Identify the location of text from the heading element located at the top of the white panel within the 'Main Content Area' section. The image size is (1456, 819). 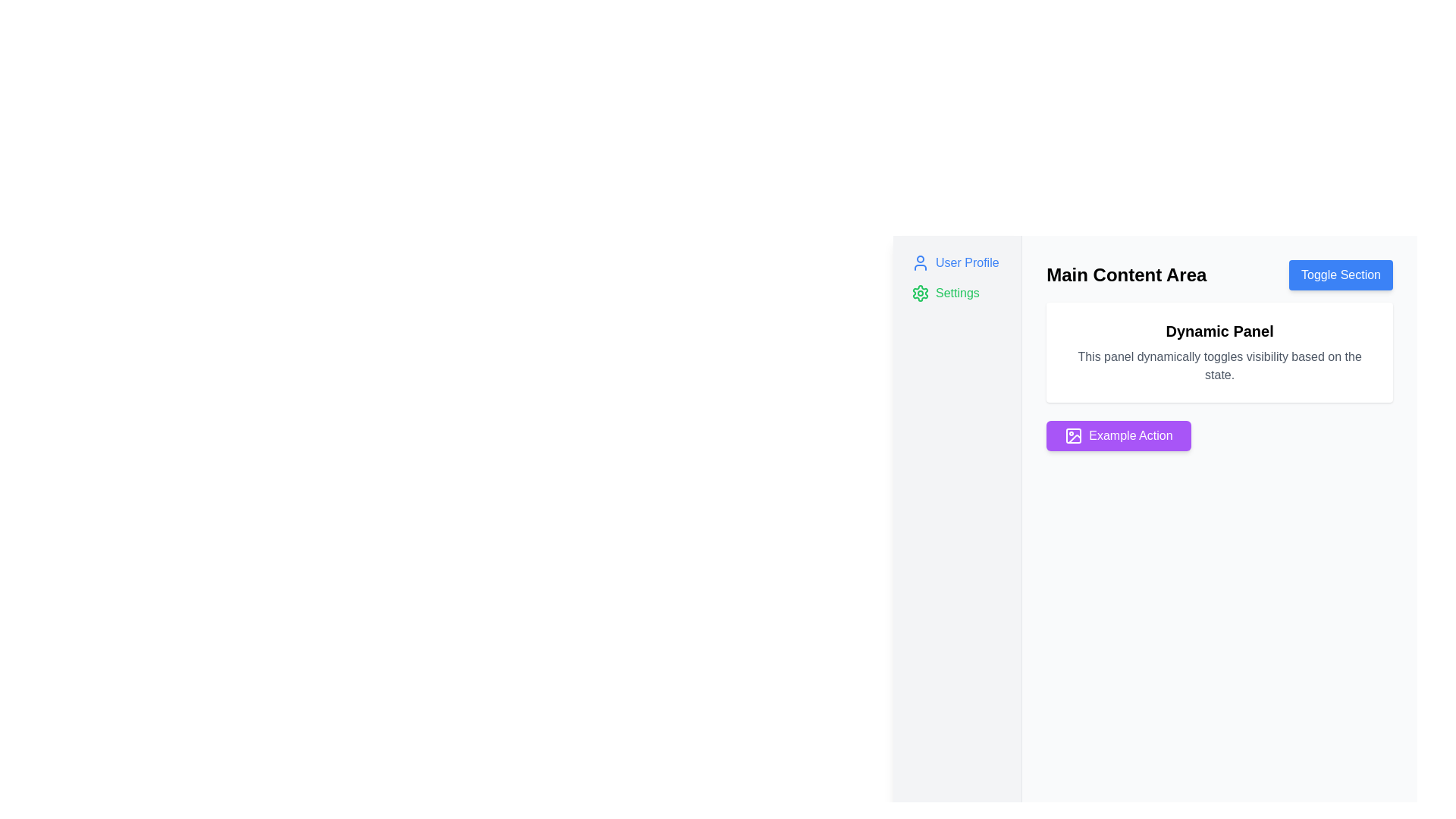
(1219, 330).